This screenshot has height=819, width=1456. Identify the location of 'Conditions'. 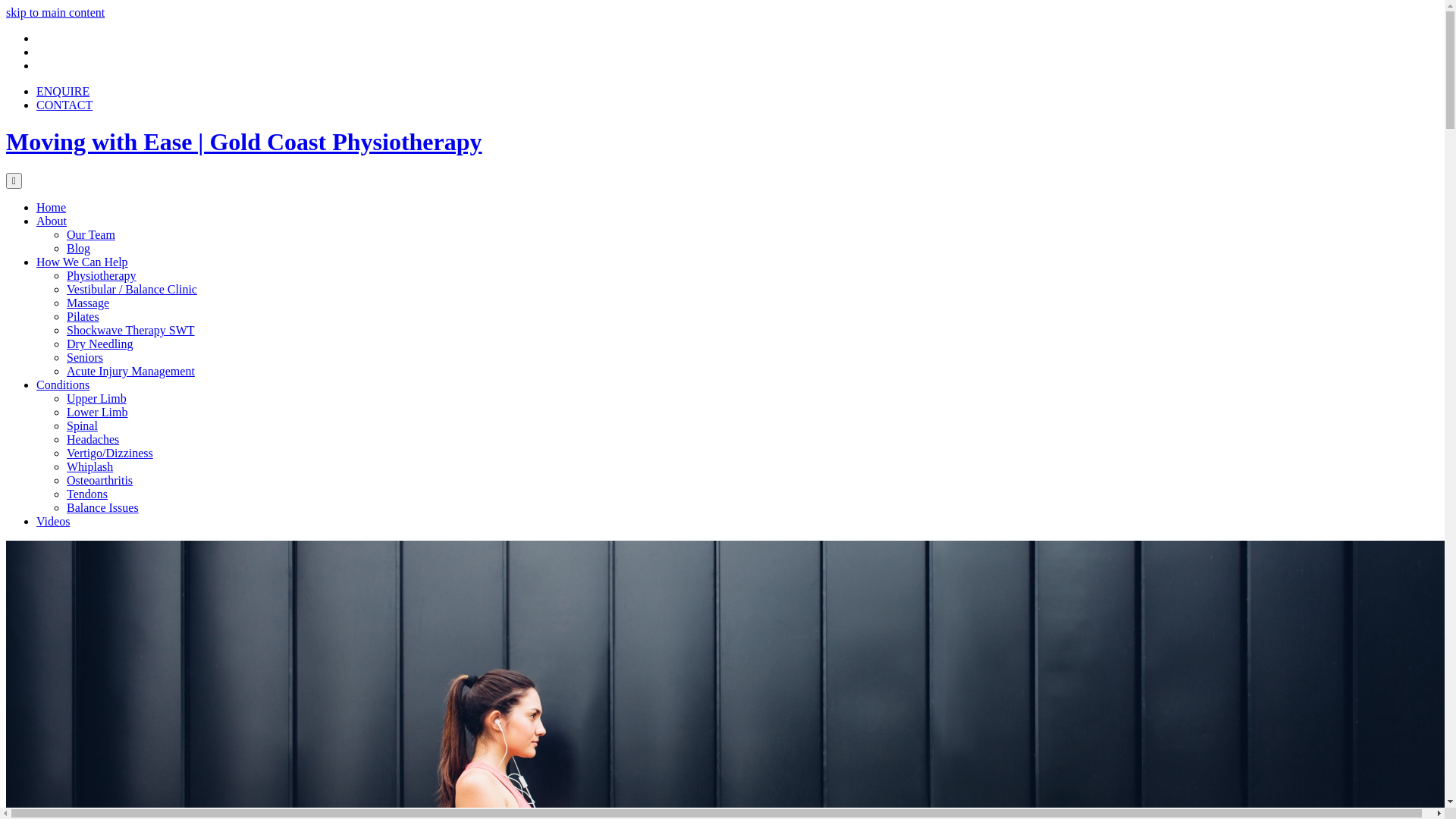
(61, 384).